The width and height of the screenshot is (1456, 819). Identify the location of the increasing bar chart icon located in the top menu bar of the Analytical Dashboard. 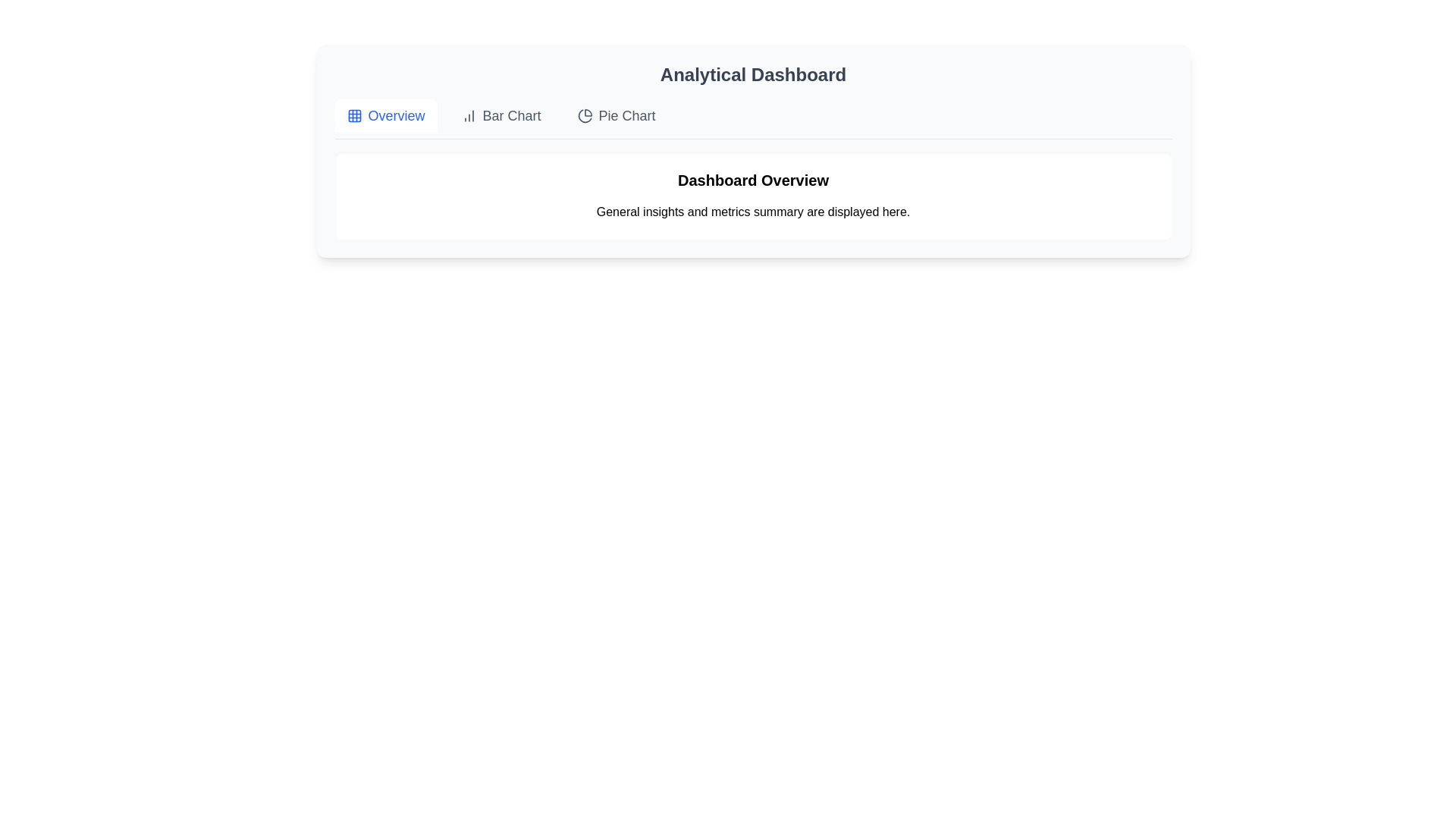
(468, 115).